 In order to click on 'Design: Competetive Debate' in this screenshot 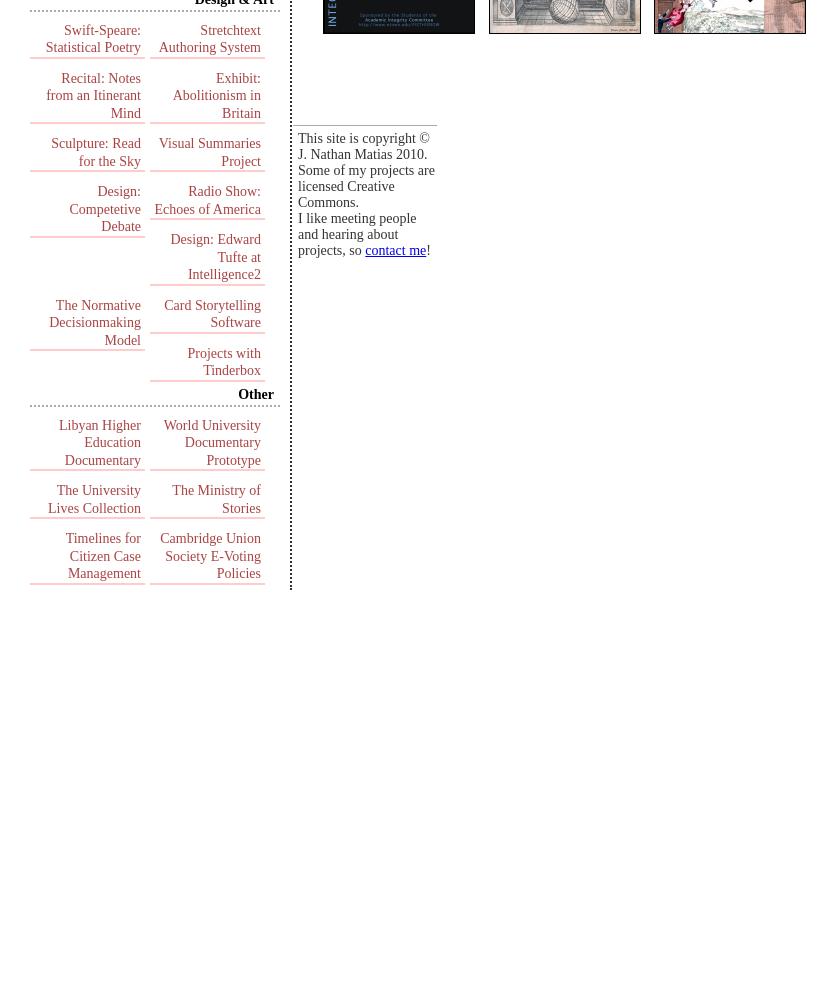, I will do `click(104, 208)`.